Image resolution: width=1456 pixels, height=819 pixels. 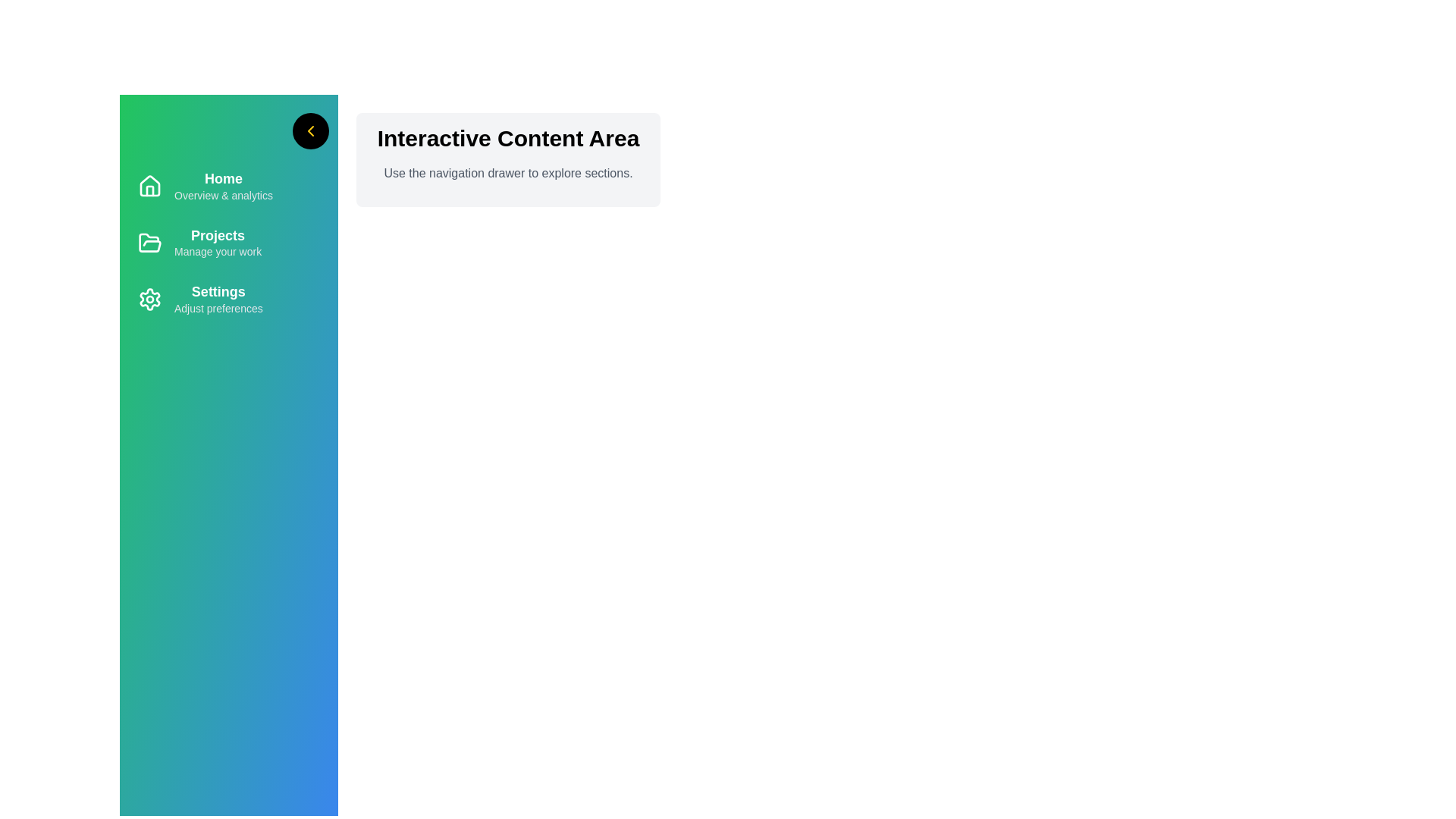 I want to click on the navigation item Settings to navigate to the corresponding section, so click(x=228, y=300).